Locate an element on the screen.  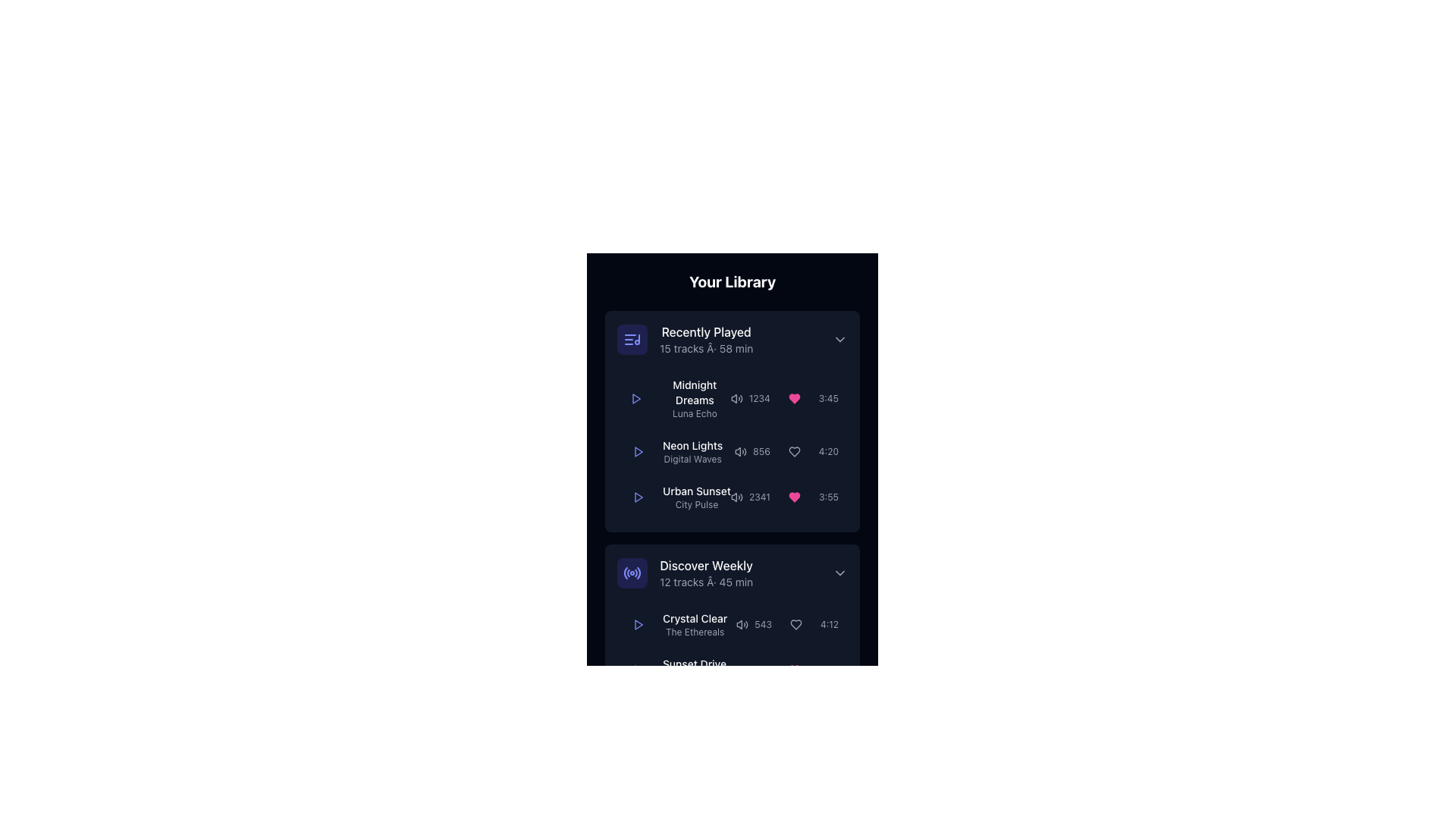
the text display element labeled 'Urban Sunset' and 'City Pulse' is located at coordinates (695, 497).